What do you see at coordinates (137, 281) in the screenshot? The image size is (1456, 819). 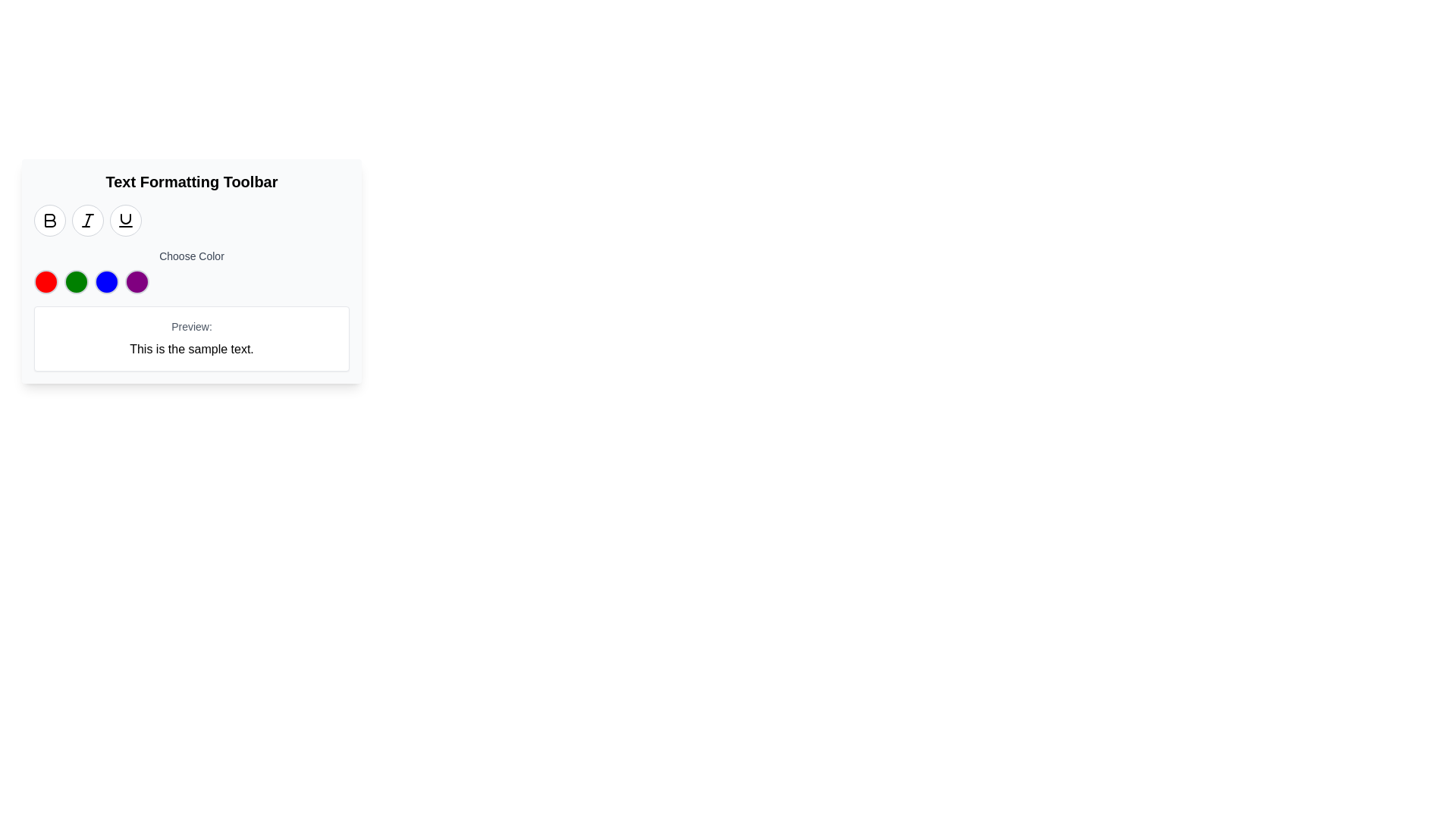 I see `the fourth button from the left in the horizontal selection of color buttons` at bounding box center [137, 281].